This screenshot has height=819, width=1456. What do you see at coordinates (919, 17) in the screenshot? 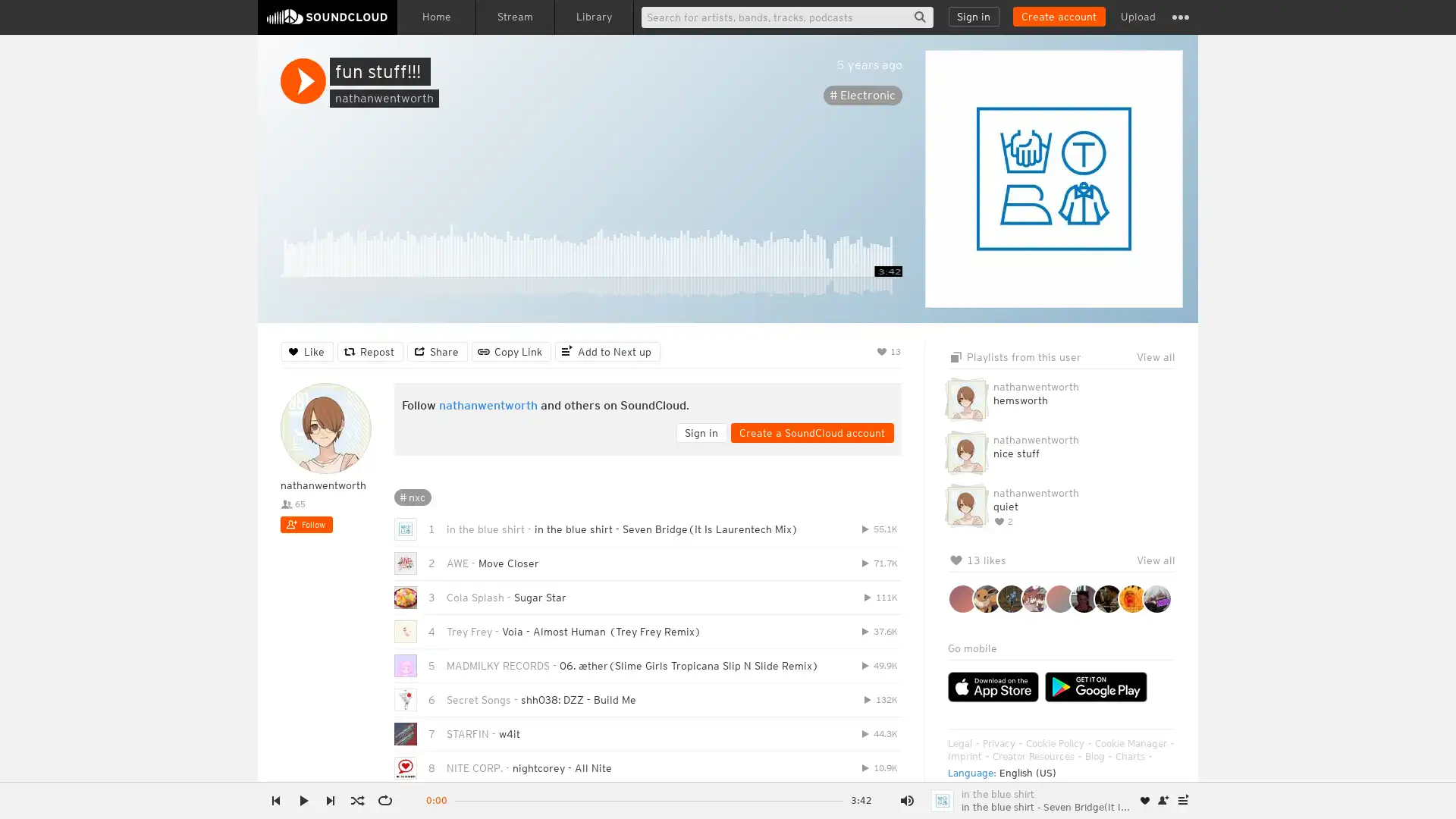
I see `Search` at bounding box center [919, 17].